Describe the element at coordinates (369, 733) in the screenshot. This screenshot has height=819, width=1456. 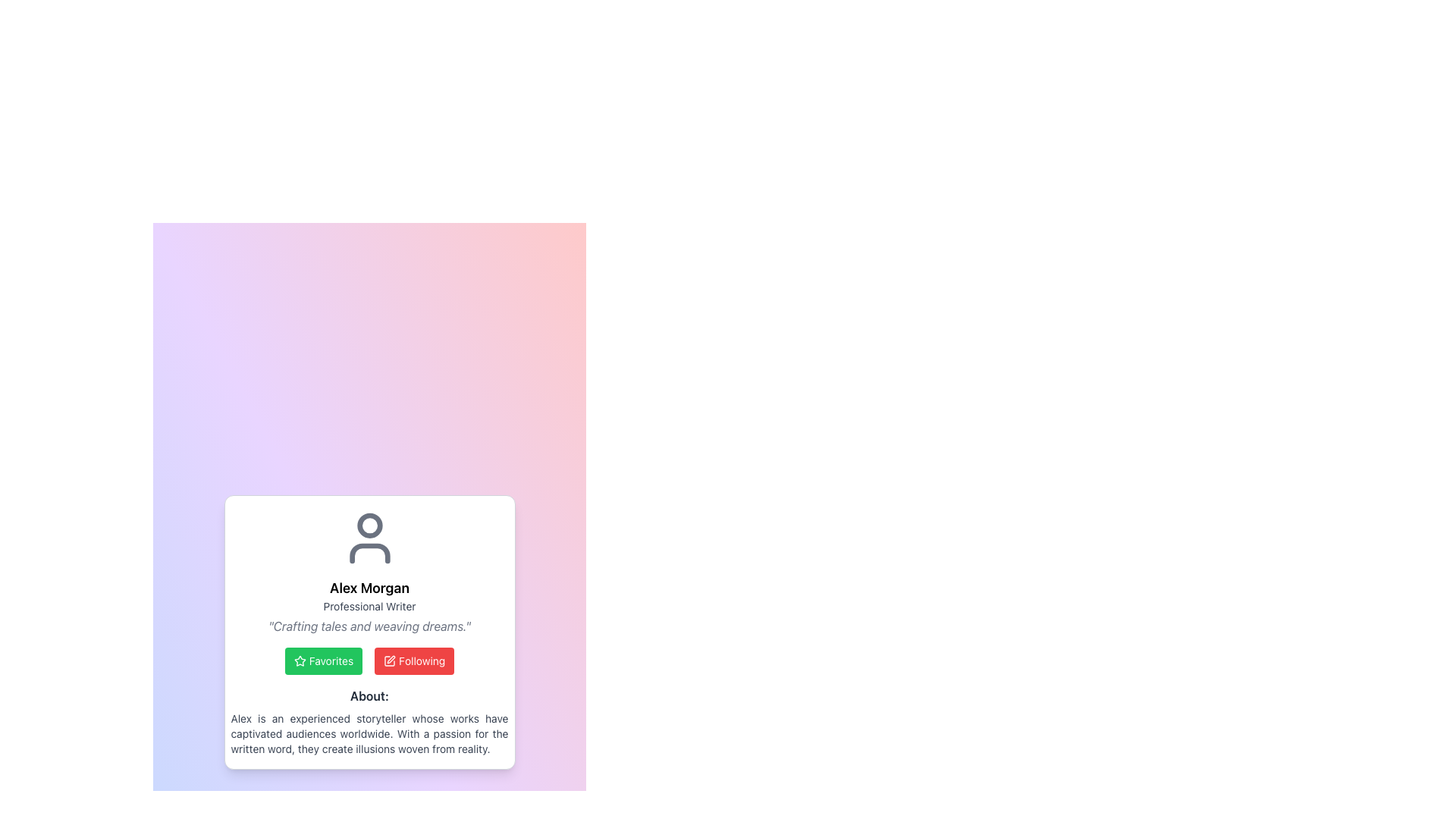
I see `paragraph of text styled in gray color that describes Alex's storytelling expertise and passion for writing, located below the 'About:' header` at that location.